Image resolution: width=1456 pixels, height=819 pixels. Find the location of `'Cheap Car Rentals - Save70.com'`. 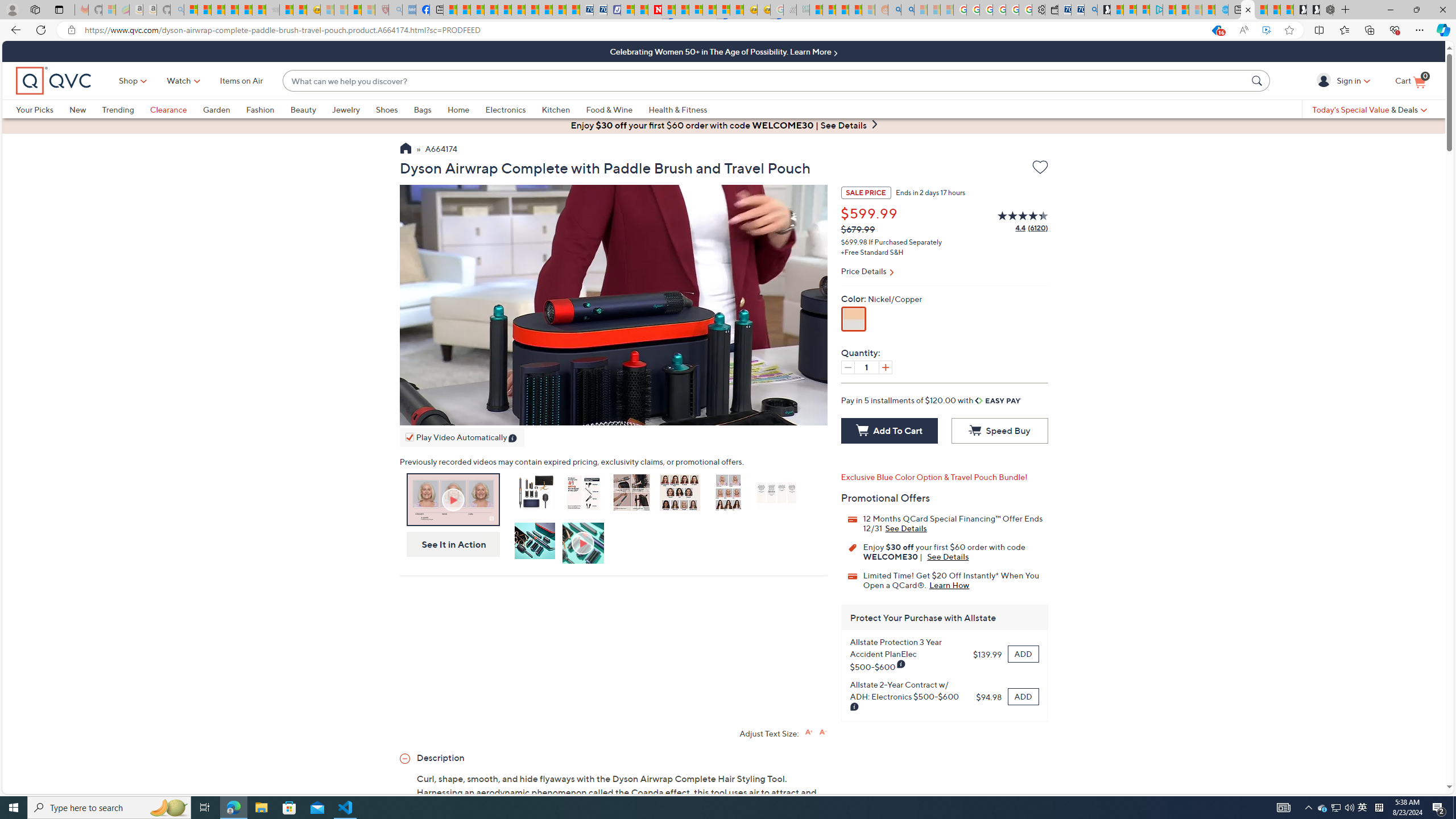

'Cheap Car Rentals - Save70.com' is located at coordinates (1077, 9).